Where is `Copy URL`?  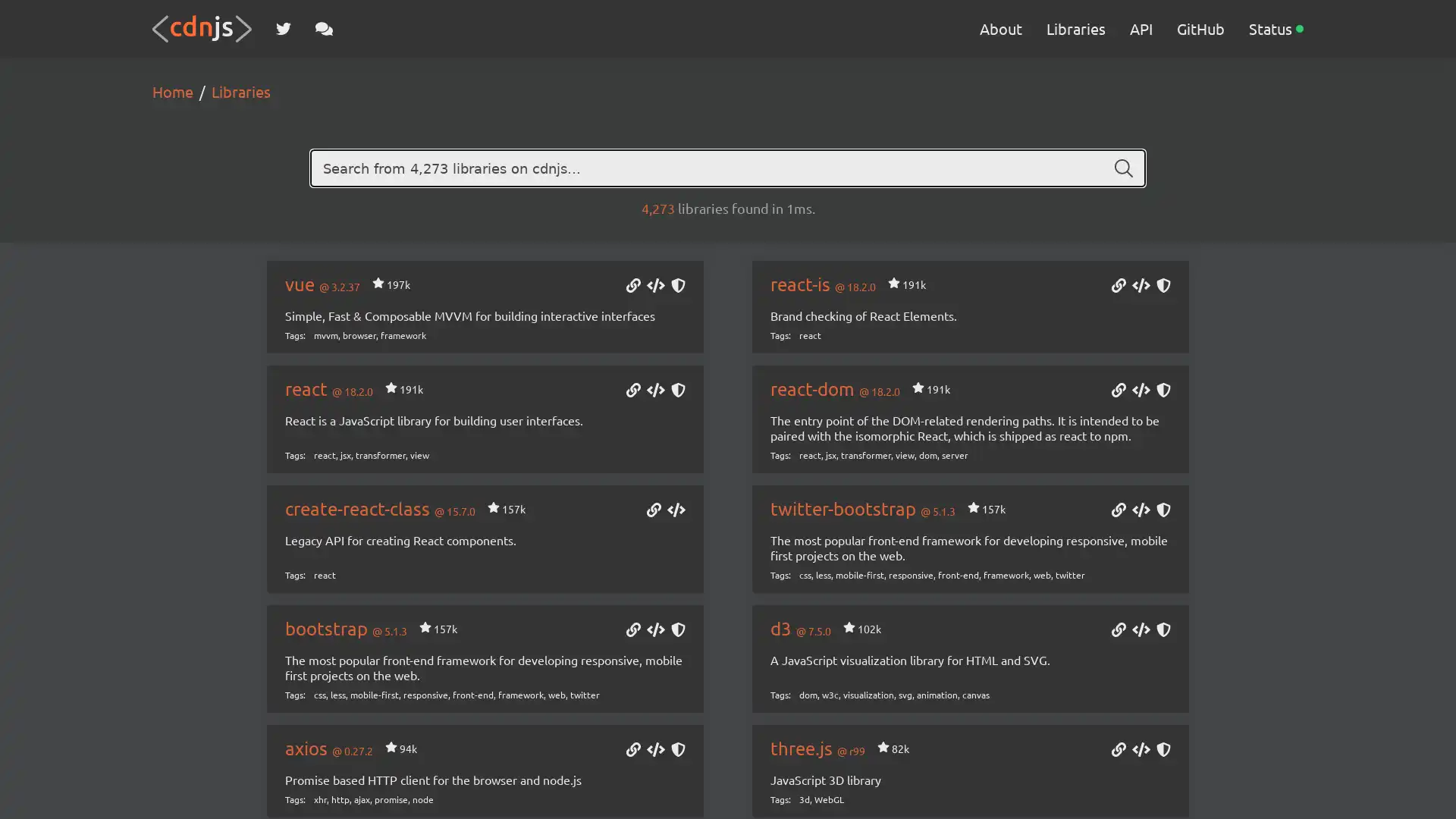
Copy URL is located at coordinates (654, 511).